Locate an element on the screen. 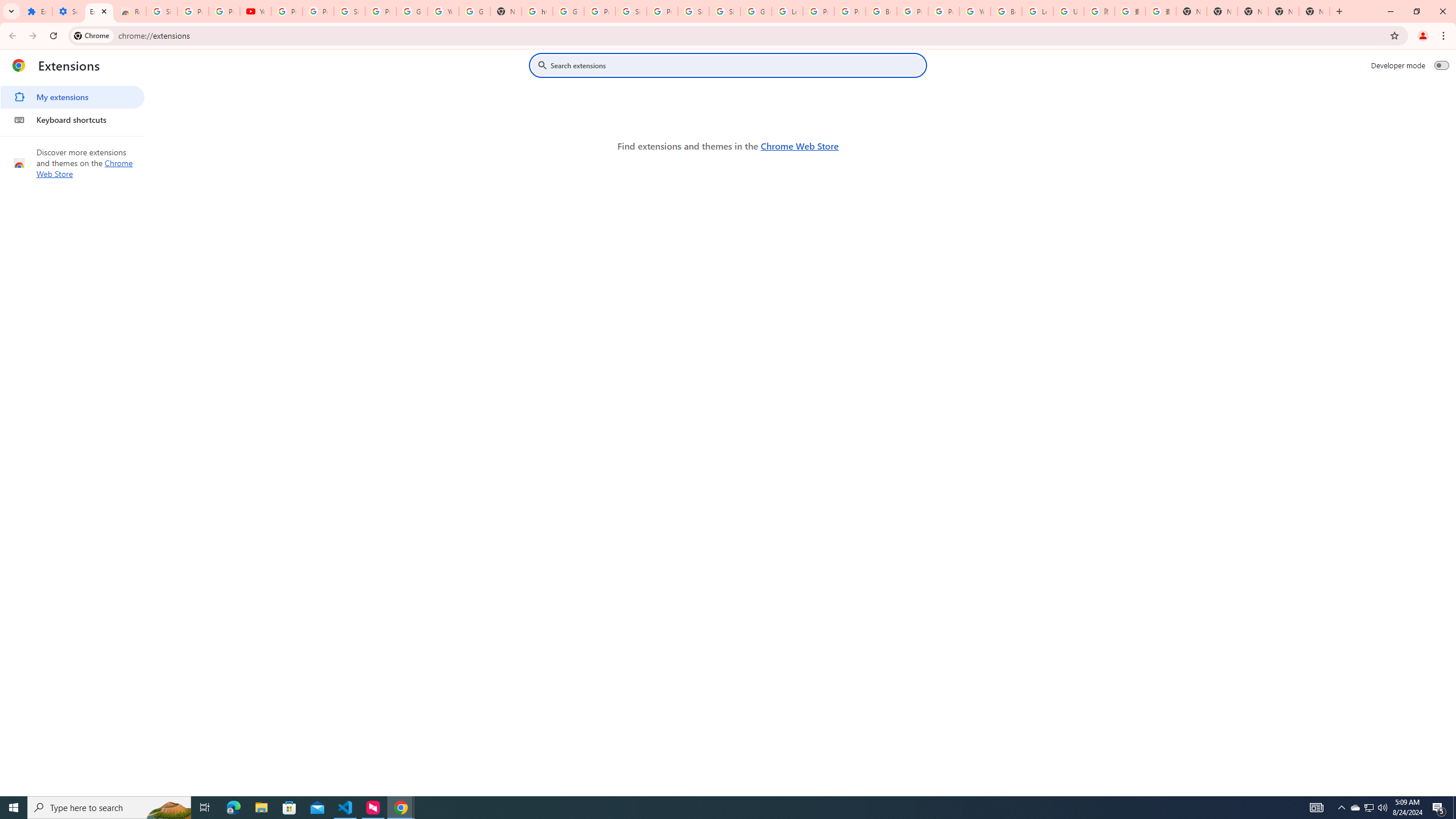  'Developer mode' is located at coordinates (1442, 65).